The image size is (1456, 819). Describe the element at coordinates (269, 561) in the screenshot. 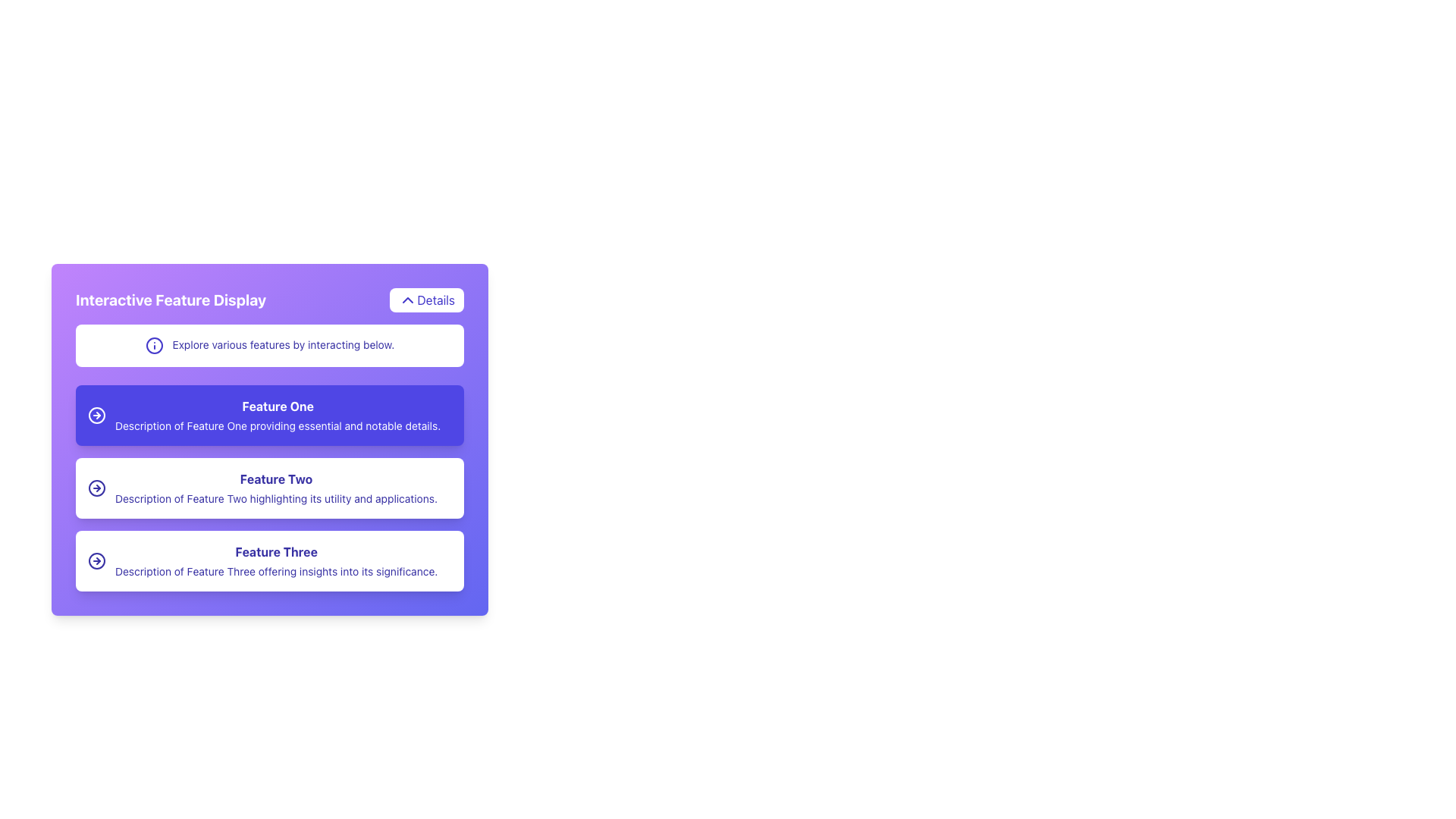

I see `the Information Panel titled 'Feature Three' which has a white background and indigo text, positioned below 'Feature Two' in the Interactive Feature Display` at that location.